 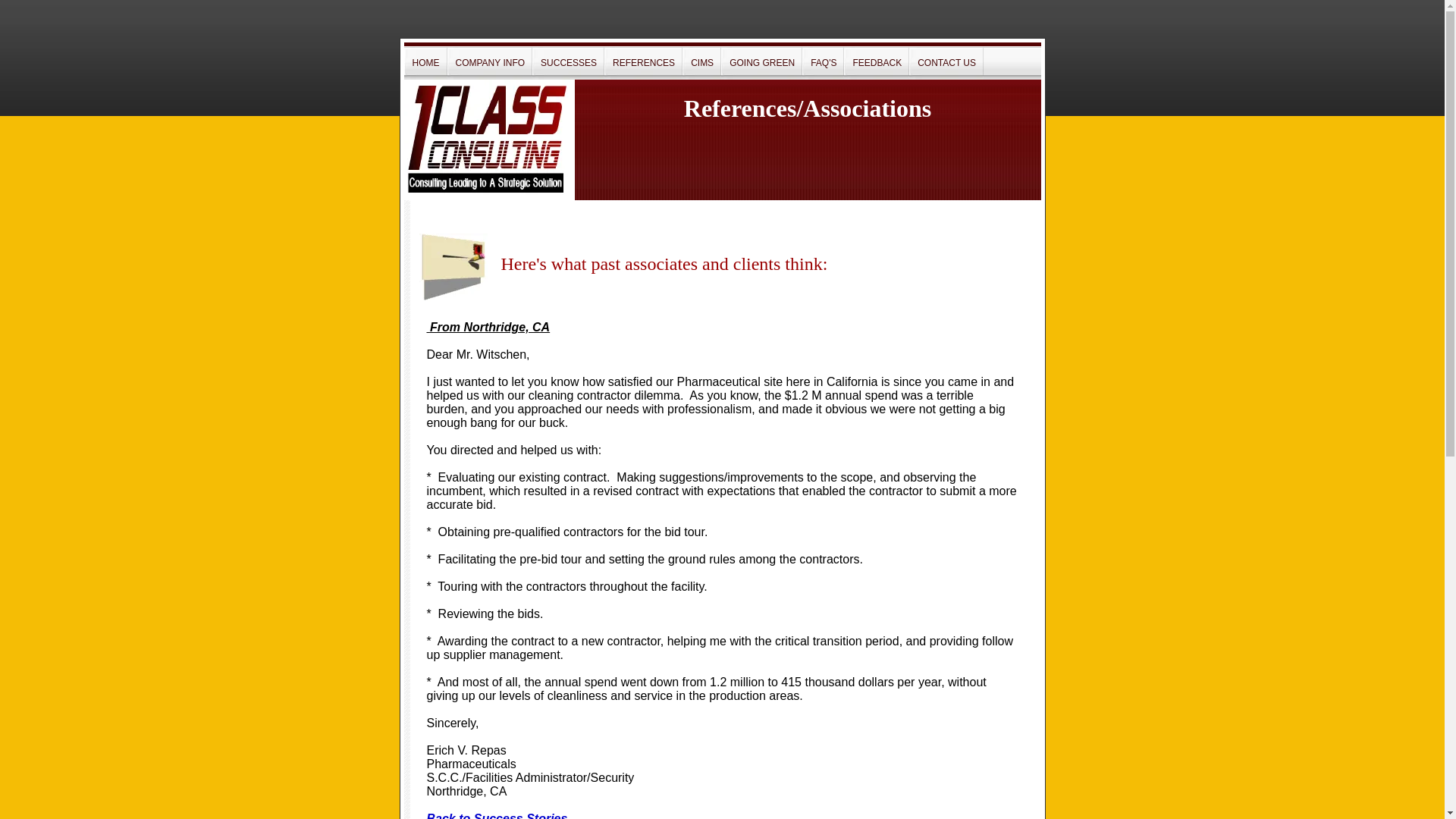 What do you see at coordinates (822, 62) in the screenshot?
I see `'FAQ'S'` at bounding box center [822, 62].